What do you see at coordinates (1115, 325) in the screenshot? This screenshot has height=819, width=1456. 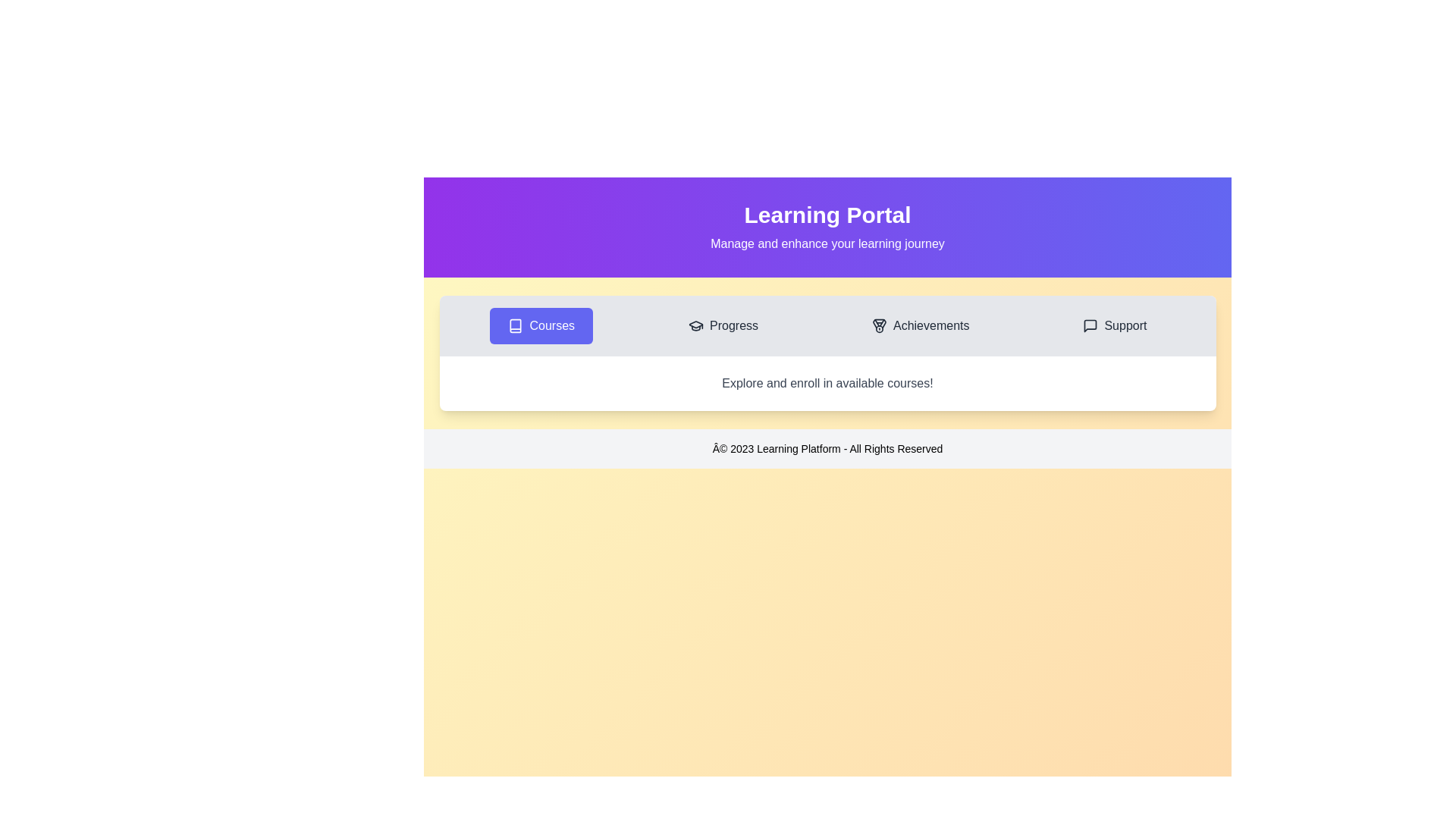 I see `the 'Support' button with a chat bubble icon located in the top-right segment of the horizontal menu bar` at bounding box center [1115, 325].